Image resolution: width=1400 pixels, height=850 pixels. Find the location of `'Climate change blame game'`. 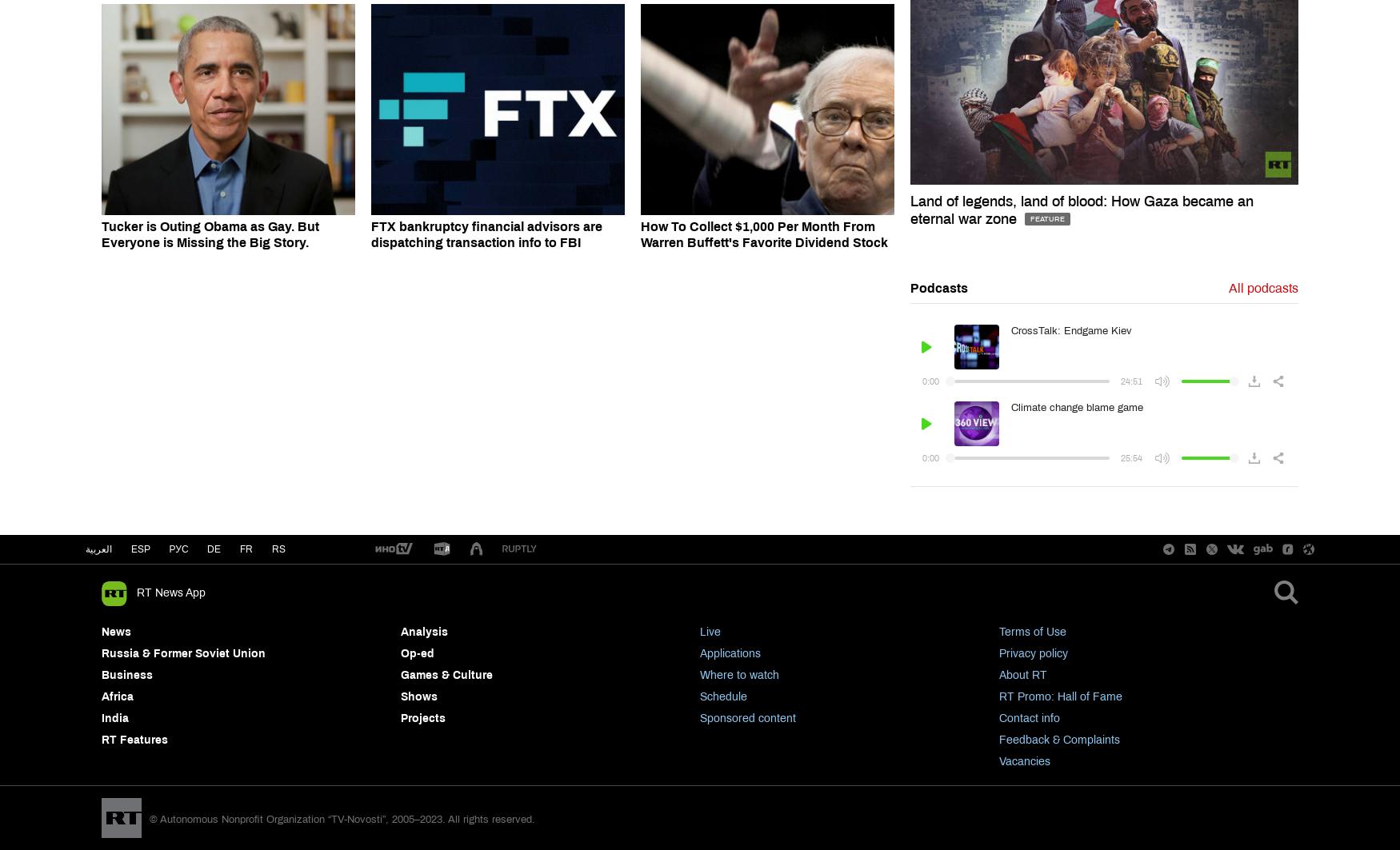

'Climate change blame game' is located at coordinates (1076, 406).